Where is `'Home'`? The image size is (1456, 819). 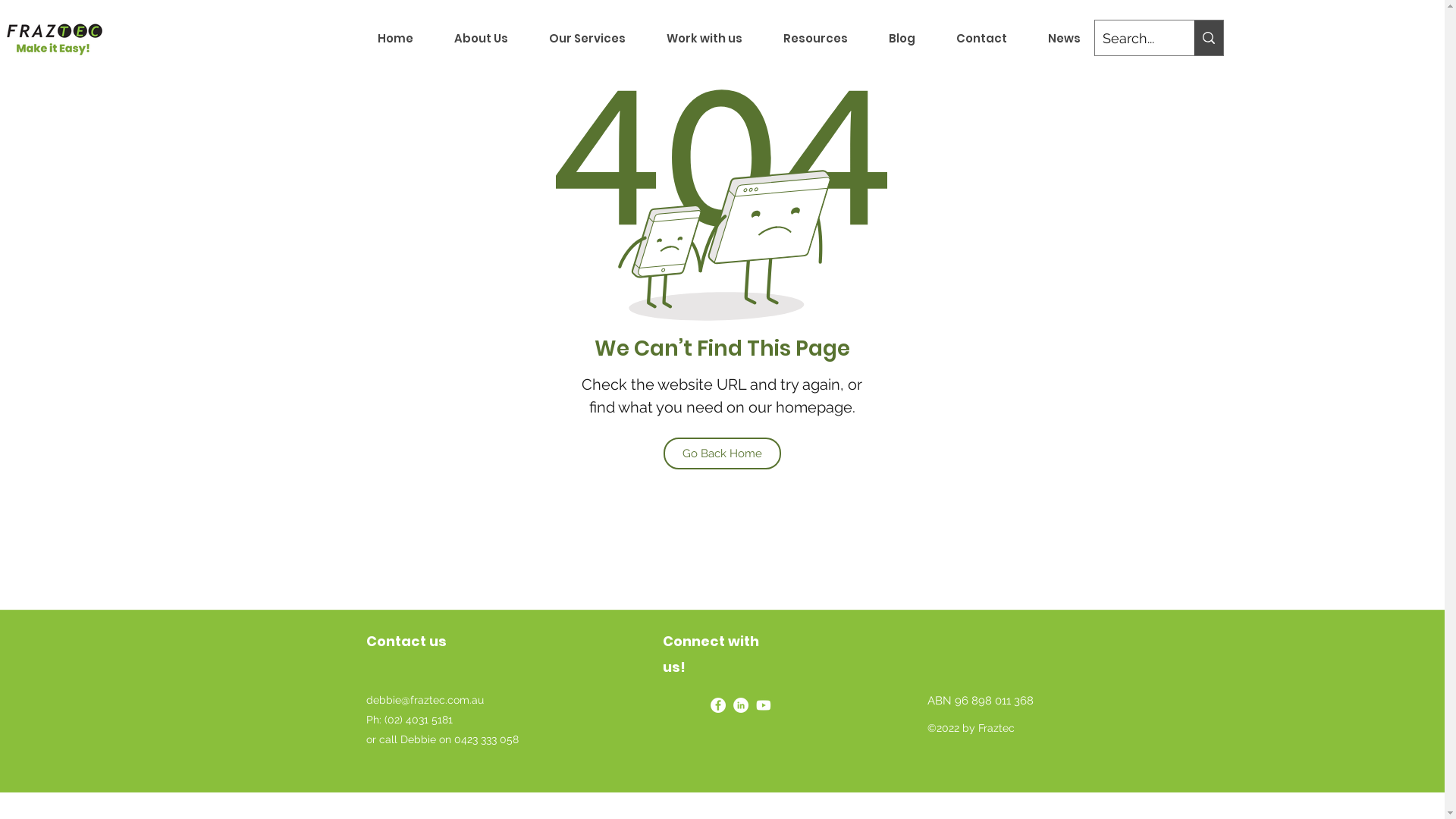 'Home' is located at coordinates (356, 37).